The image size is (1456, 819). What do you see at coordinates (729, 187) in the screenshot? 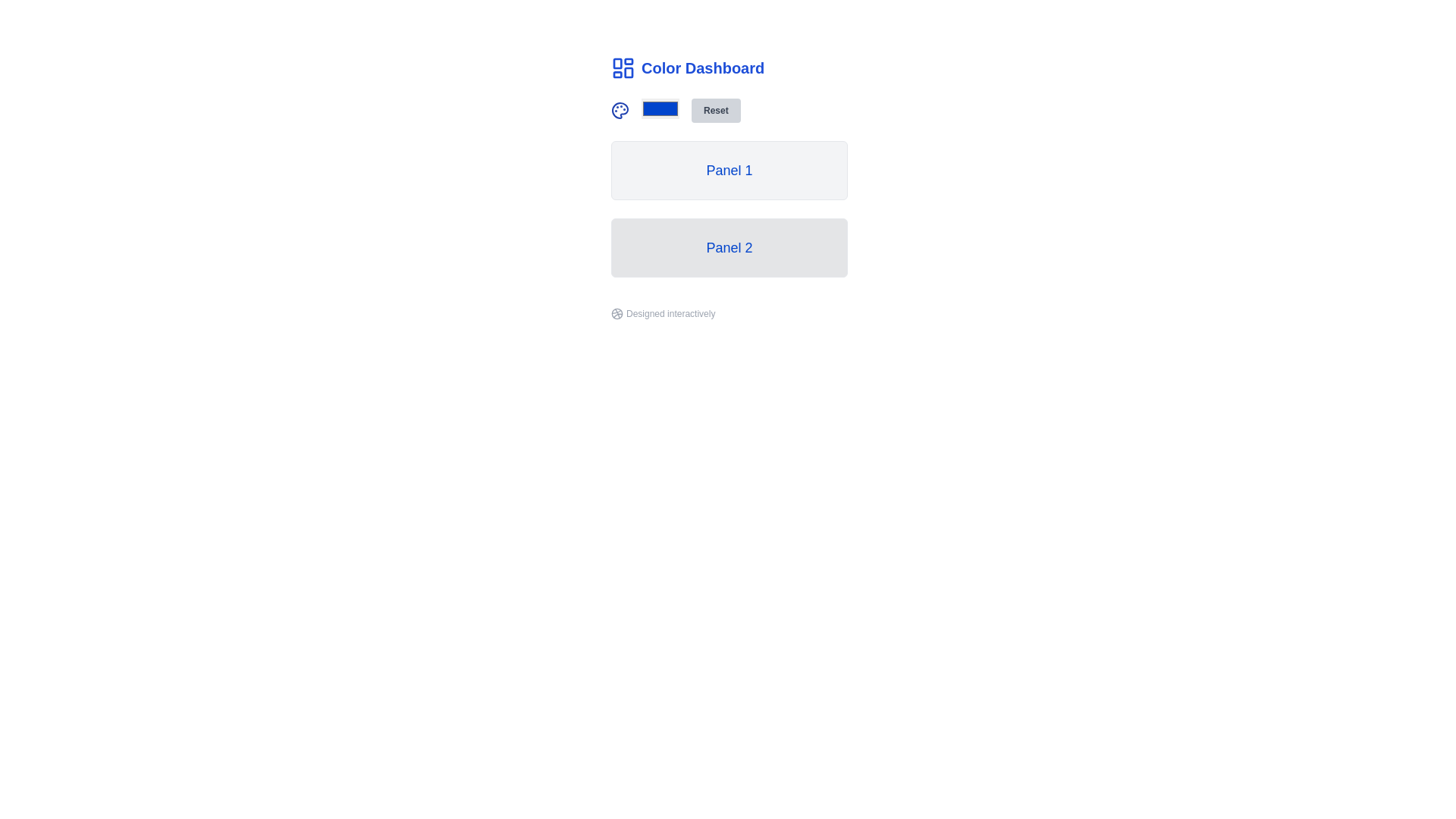
I see `the panel labeled 'Panel 1' which has a light gray background and a bold blue font` at bounding box center [729, 187].